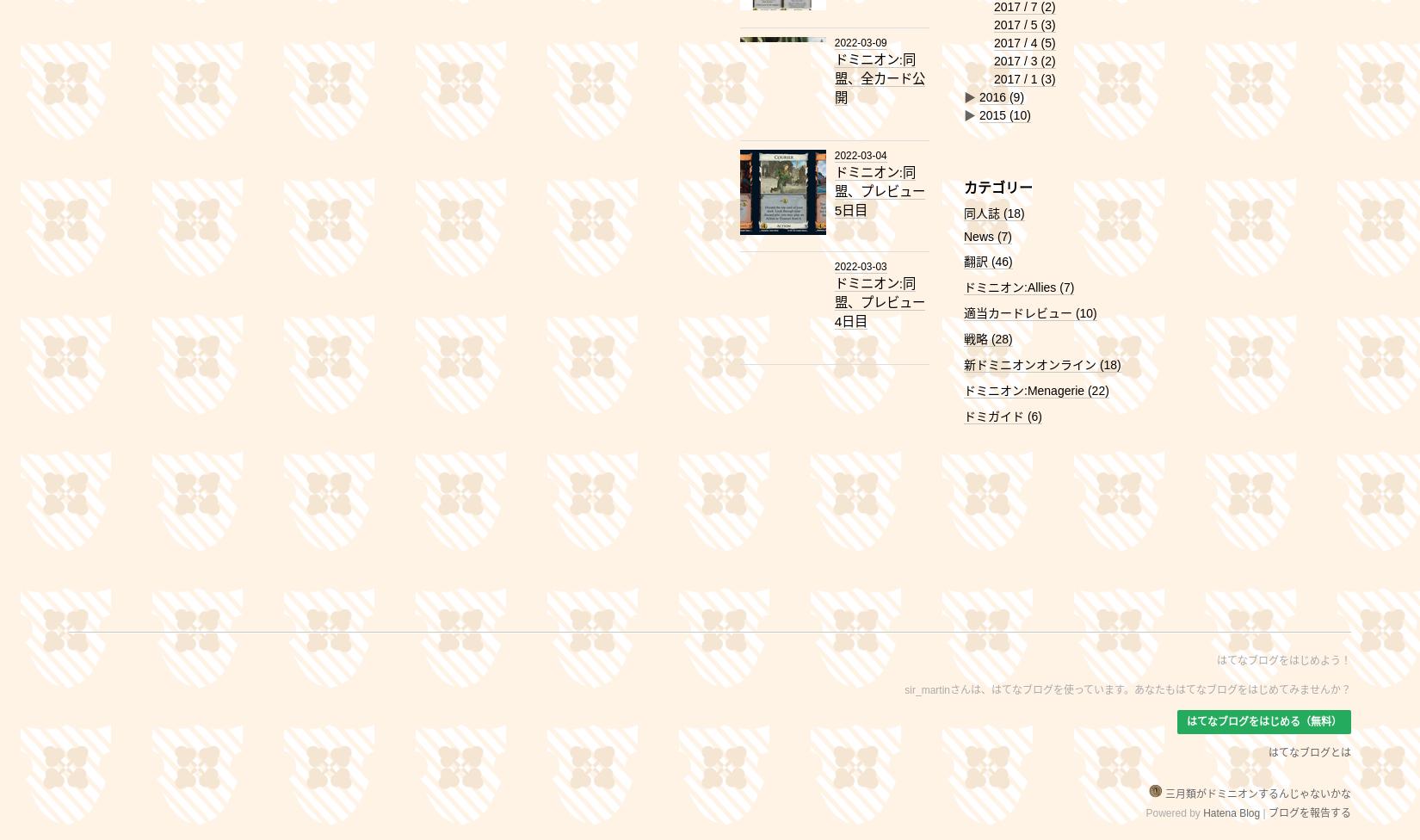  I want to click on 'ドミニオン:同盟、プレビュー4日目', so click(879, 302).